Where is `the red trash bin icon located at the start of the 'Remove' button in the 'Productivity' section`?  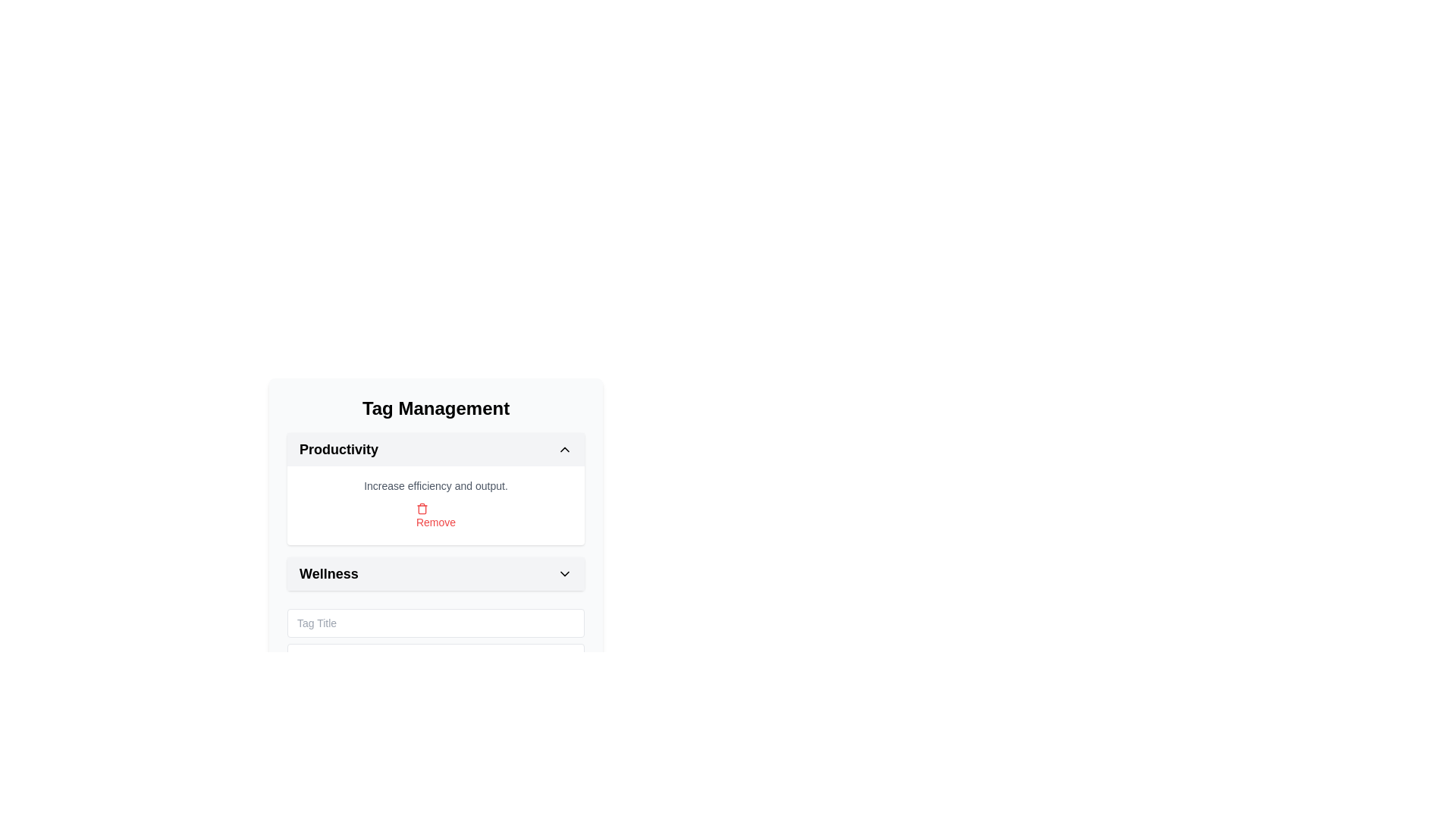
the red trash bin icon located at the start of the 'Remove' button in the 'Productivity' section is located at coordinates (422, 509).